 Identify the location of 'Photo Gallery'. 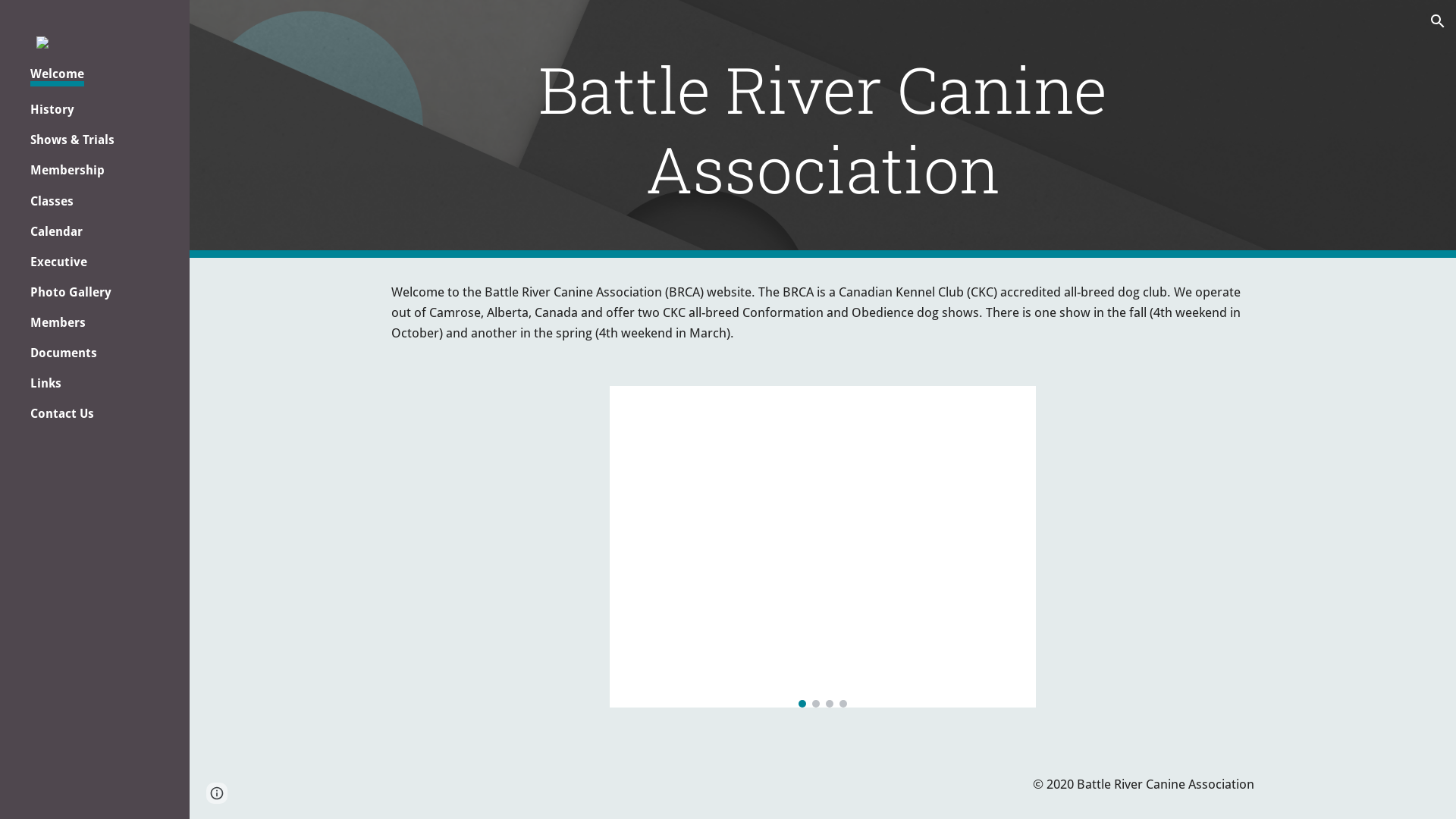
(70, 292).